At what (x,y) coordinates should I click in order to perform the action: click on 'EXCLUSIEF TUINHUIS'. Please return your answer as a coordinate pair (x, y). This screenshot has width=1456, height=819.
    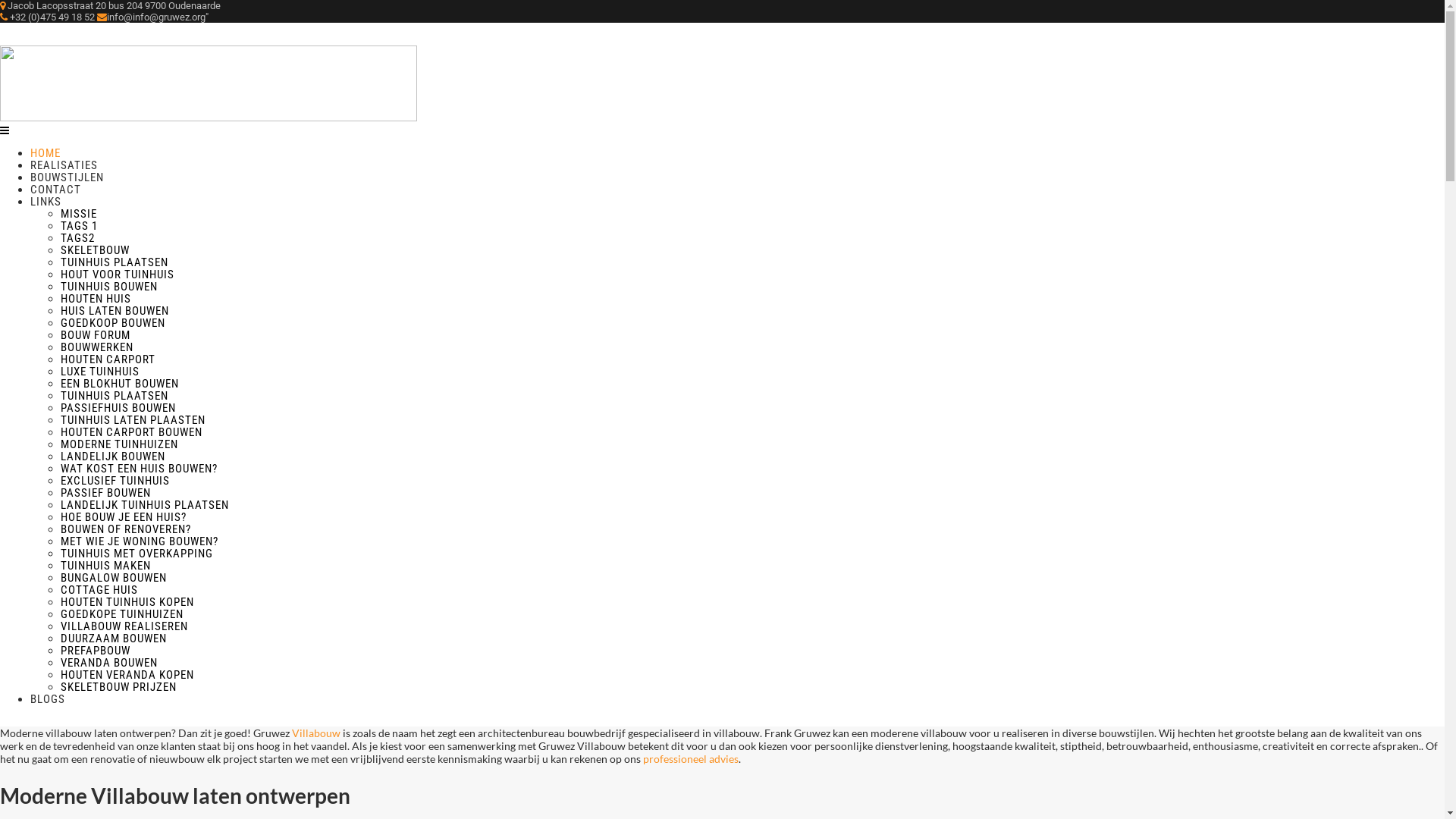
    Looking at the image, I should click on (115, 480).